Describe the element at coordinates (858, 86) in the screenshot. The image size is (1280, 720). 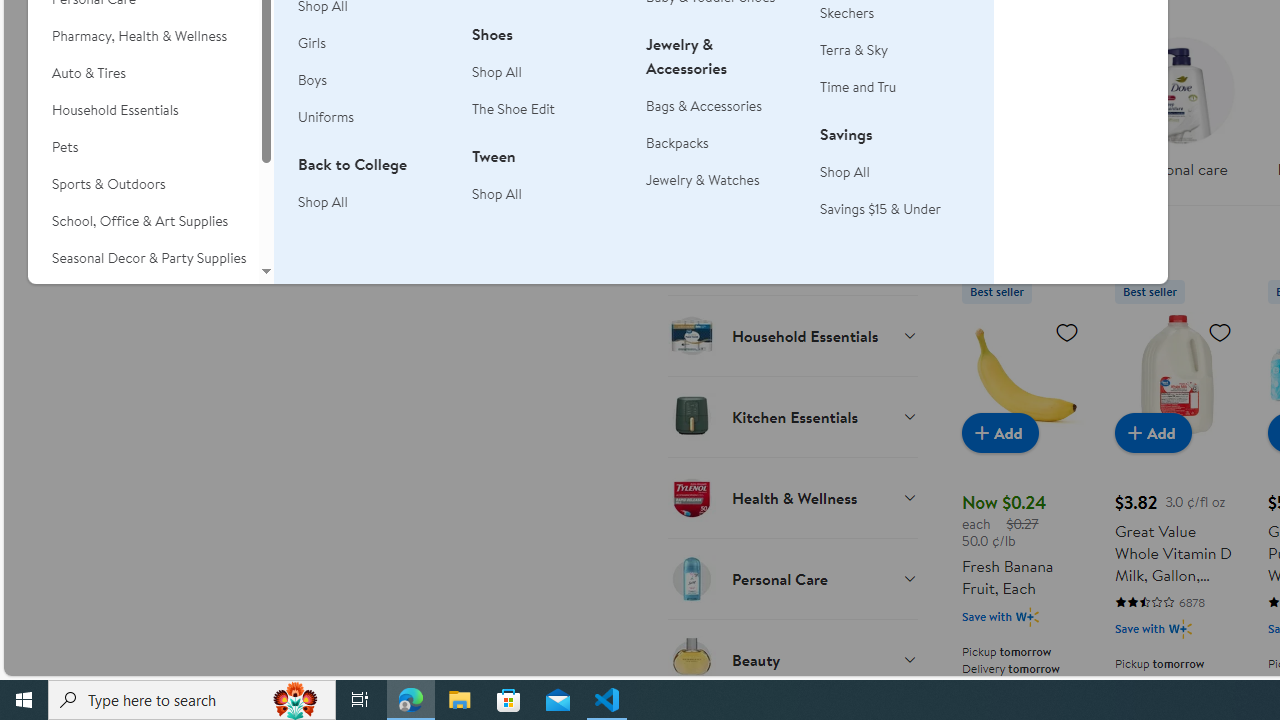
I see `'Time and Tru'` at that location.